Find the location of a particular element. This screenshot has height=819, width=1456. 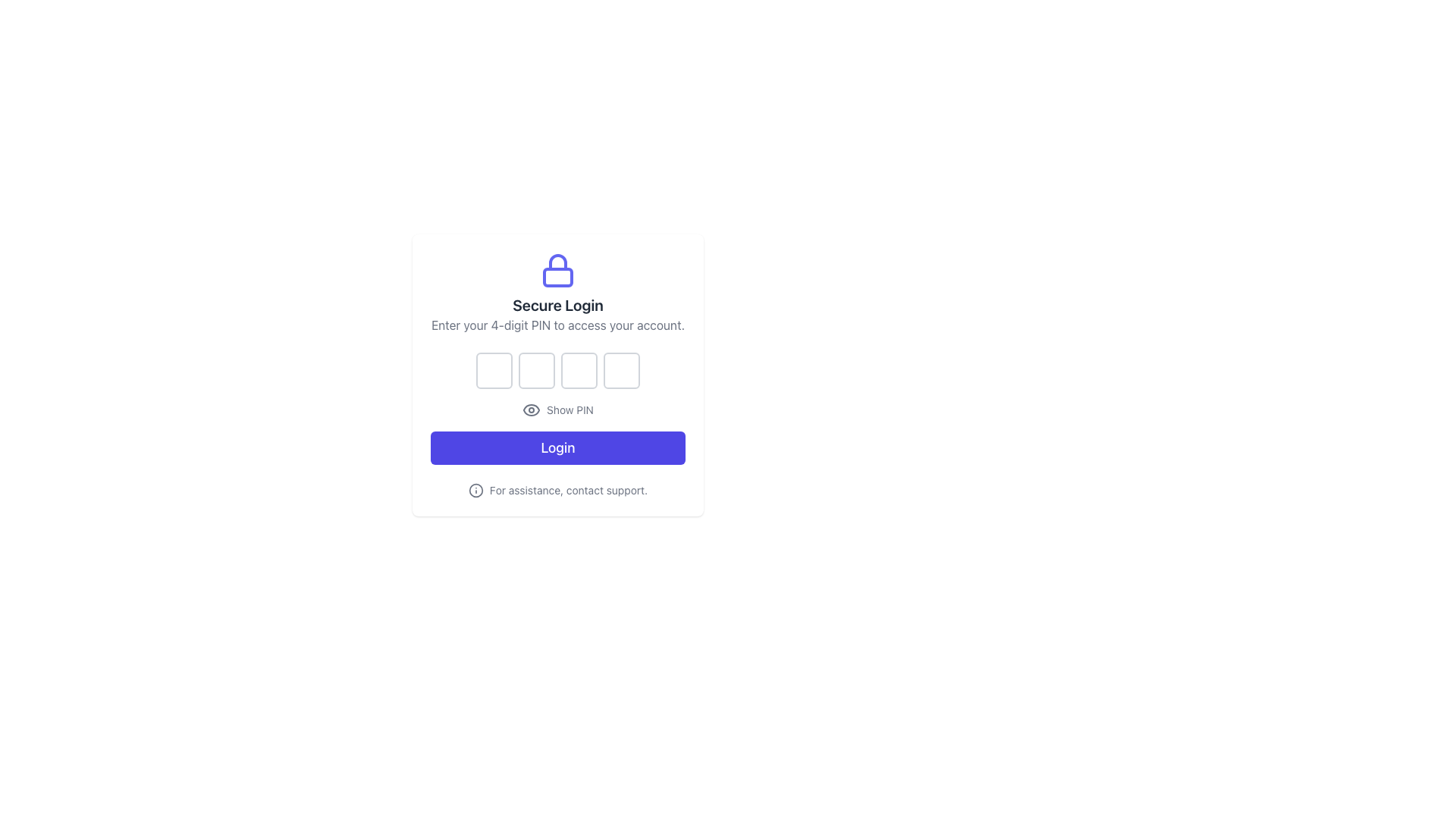

the 'Show PIN' text label, which is displayed in gray color and is positioned to the right of an eye icon, located beneath the PIN code input fields is located at coordinates (570, 409).